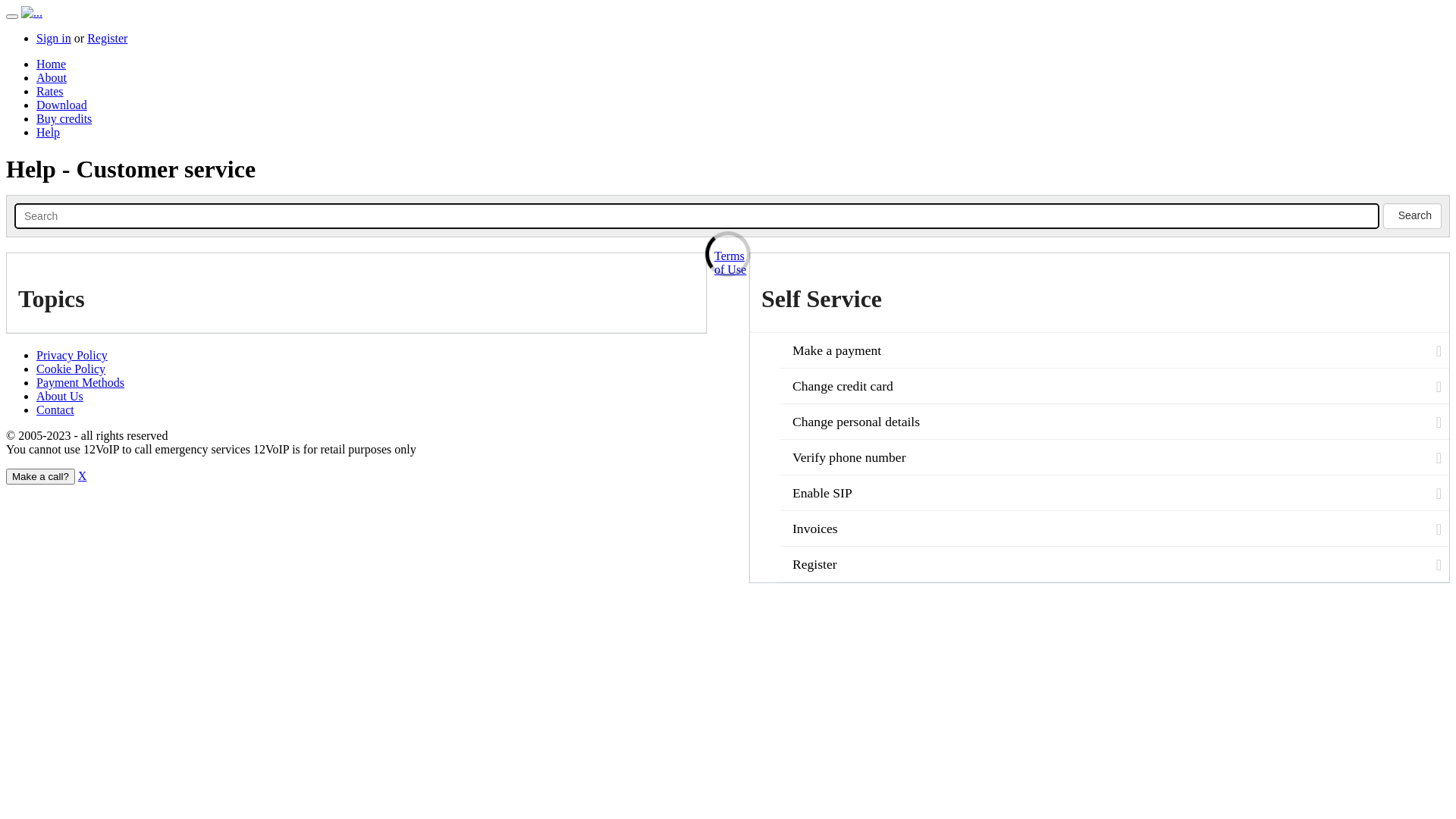  Describe the element at coordinates (70, 369) in the screenshot. I see `'Cookie Policy'` at that location.